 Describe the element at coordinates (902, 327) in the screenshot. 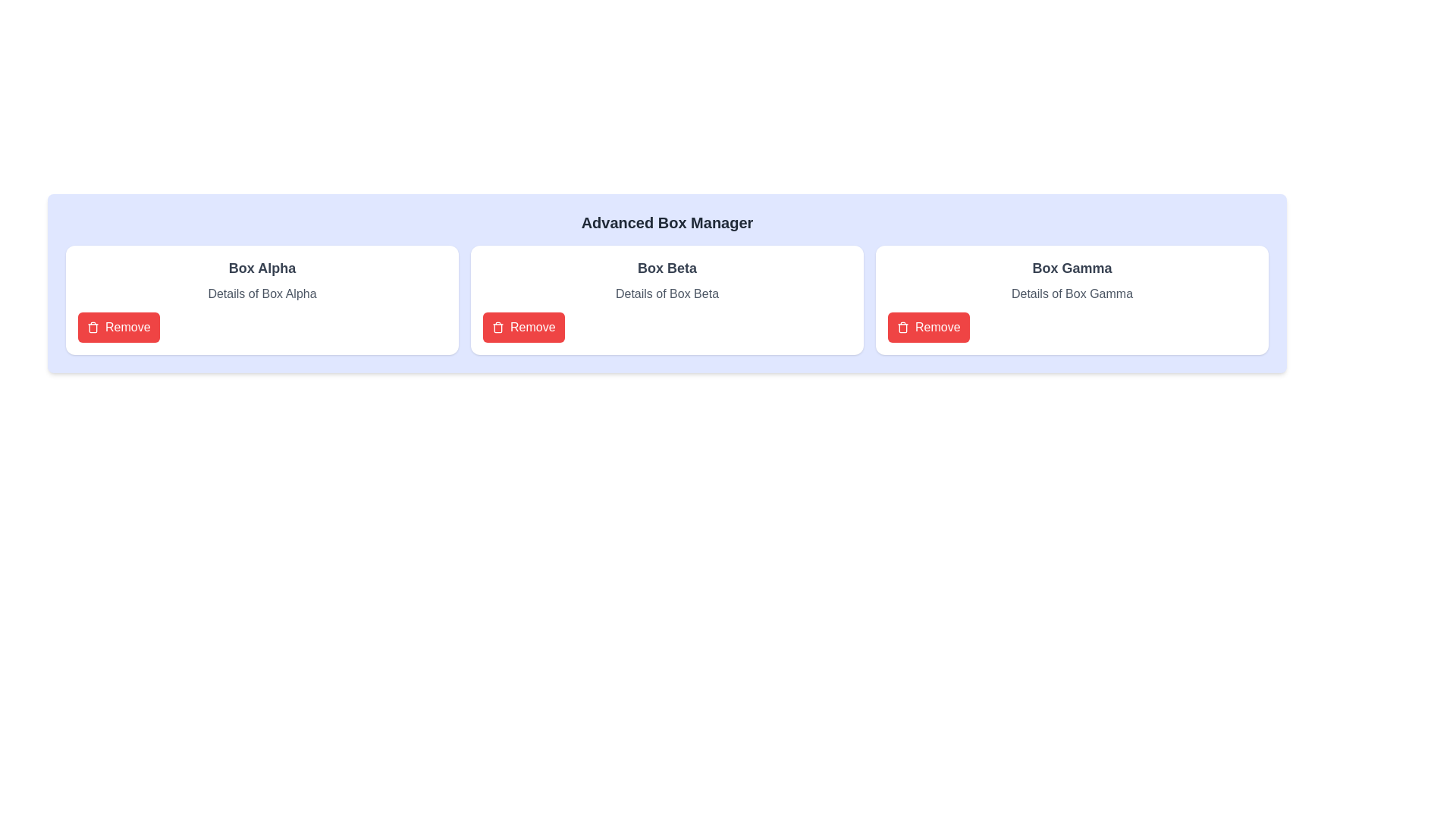

I see `the trash icon located within the 'Remove' button of the 'Box Beta' card` at that location.